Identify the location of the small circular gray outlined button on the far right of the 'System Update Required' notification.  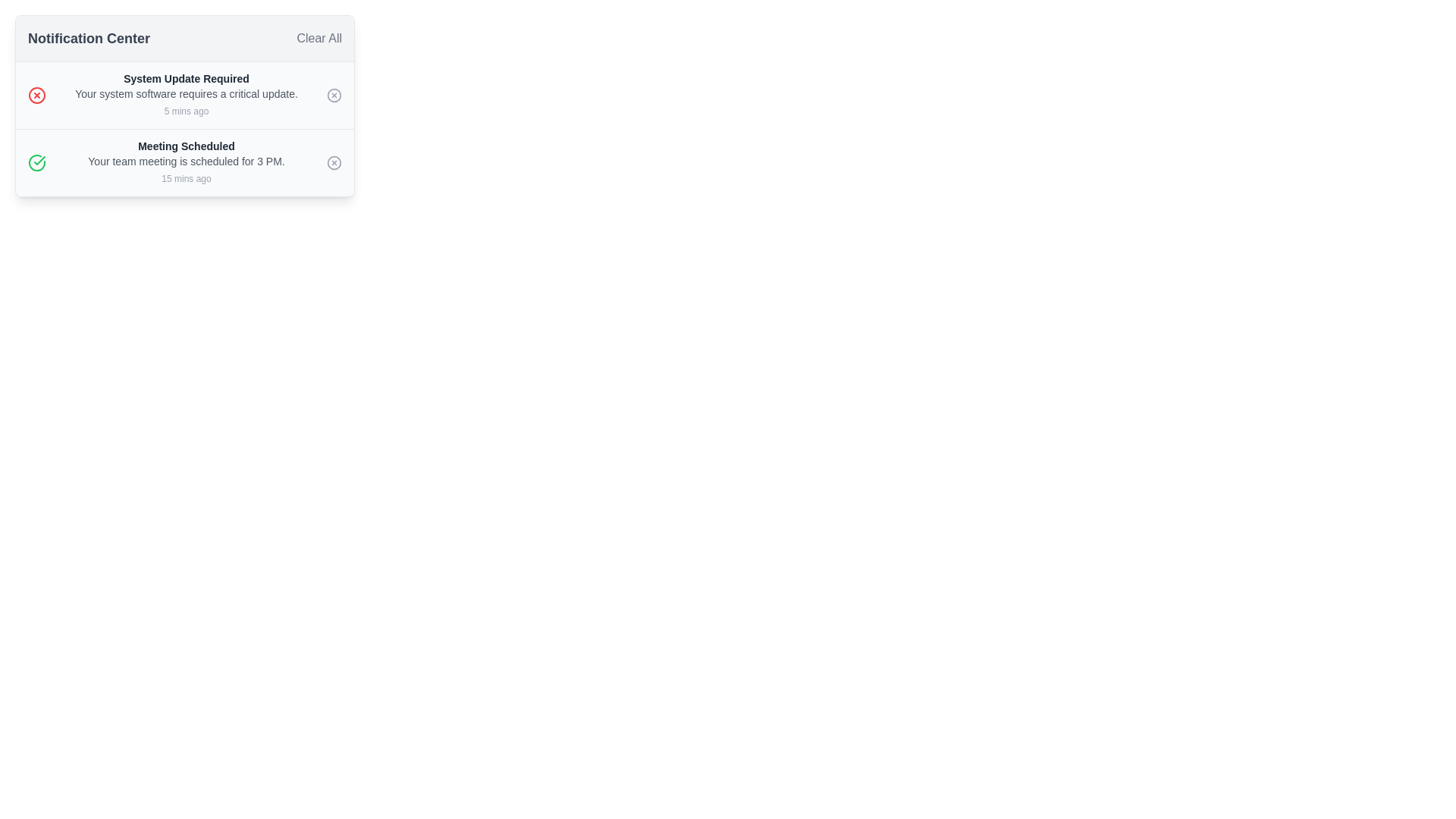
(334, 96).